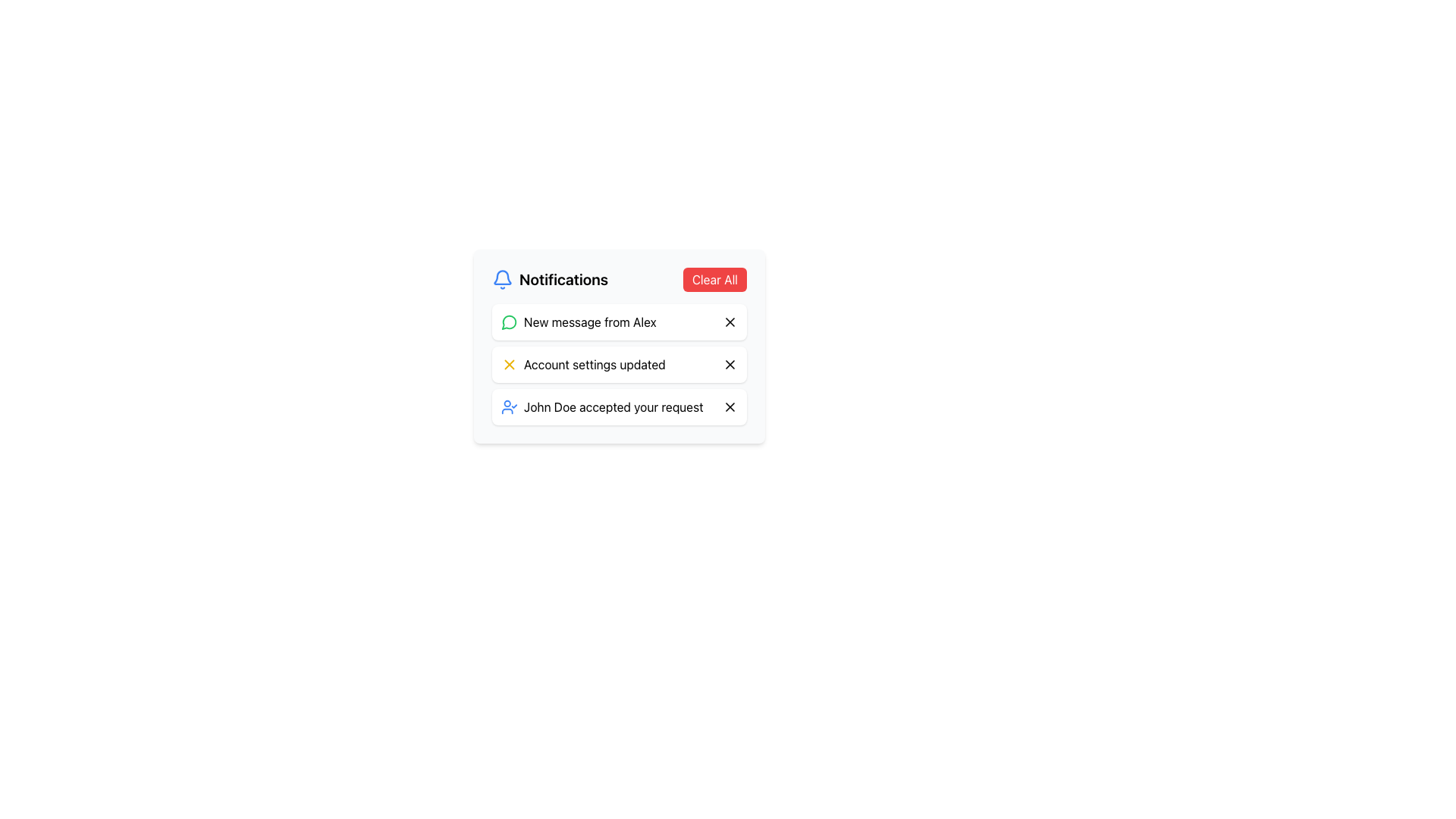 The width and height of the screenshot is (1456, 819). I want to click on text of the Notification Item that indicates 'John Doe accepted your request', which is visually represented by a small user icon with a checkmark and styled in a regular black font, so click(601, 406).